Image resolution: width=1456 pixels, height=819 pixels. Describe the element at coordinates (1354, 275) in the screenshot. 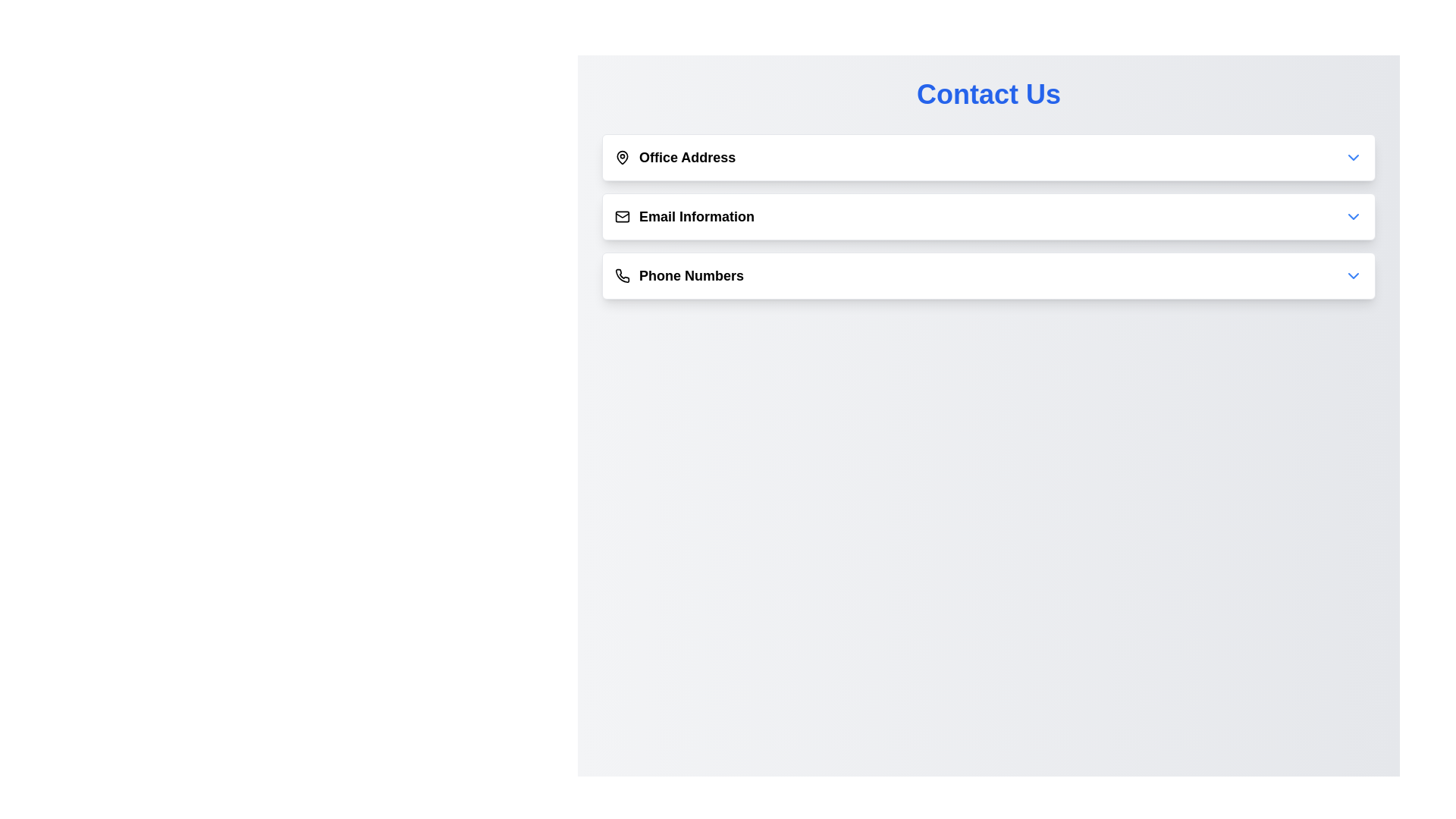

I see `the blue downward chevron icon located at the right end of the 'Phone Numbers' menu item` at that location.